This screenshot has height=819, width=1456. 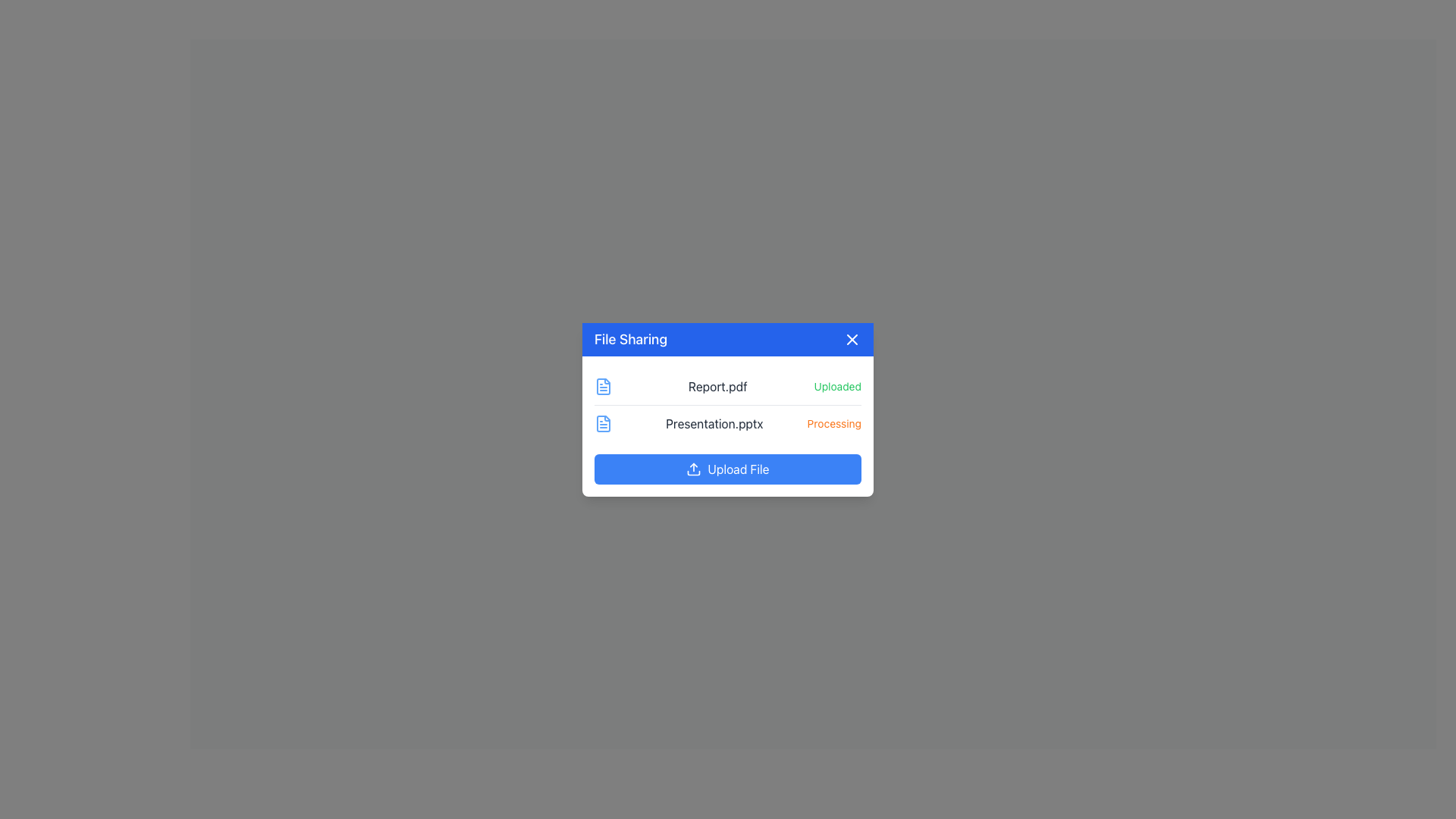 What do you see at coordinates (852, 338) in the screenshot?
I see `the close button located in the top-right corner of the file-sharing popup` at bounding box center [852, 338].